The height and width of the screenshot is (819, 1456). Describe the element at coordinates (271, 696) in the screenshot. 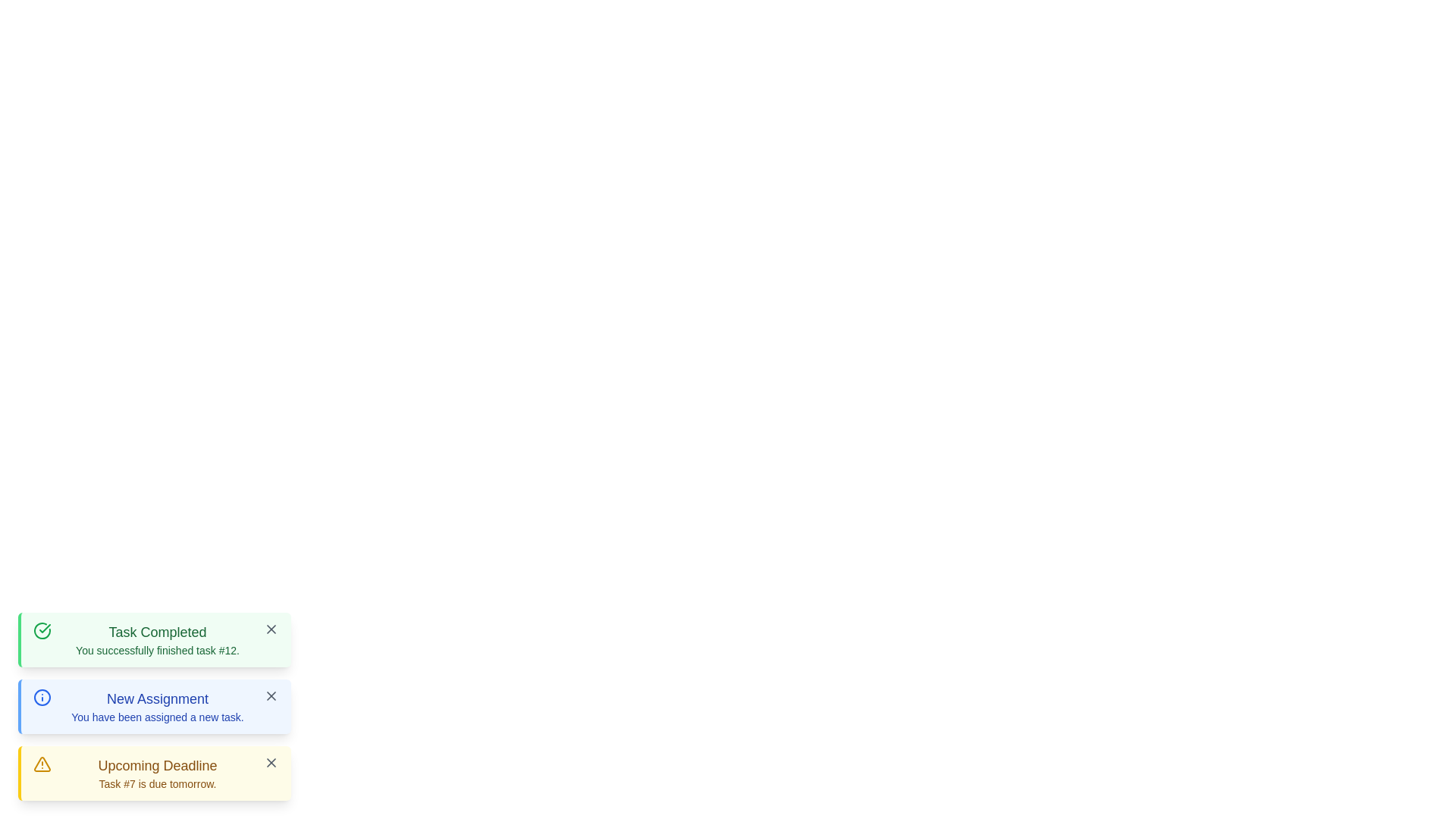

I see `the dismiss button located at the top-right corner of the 'New Assignment' notification` at that location.